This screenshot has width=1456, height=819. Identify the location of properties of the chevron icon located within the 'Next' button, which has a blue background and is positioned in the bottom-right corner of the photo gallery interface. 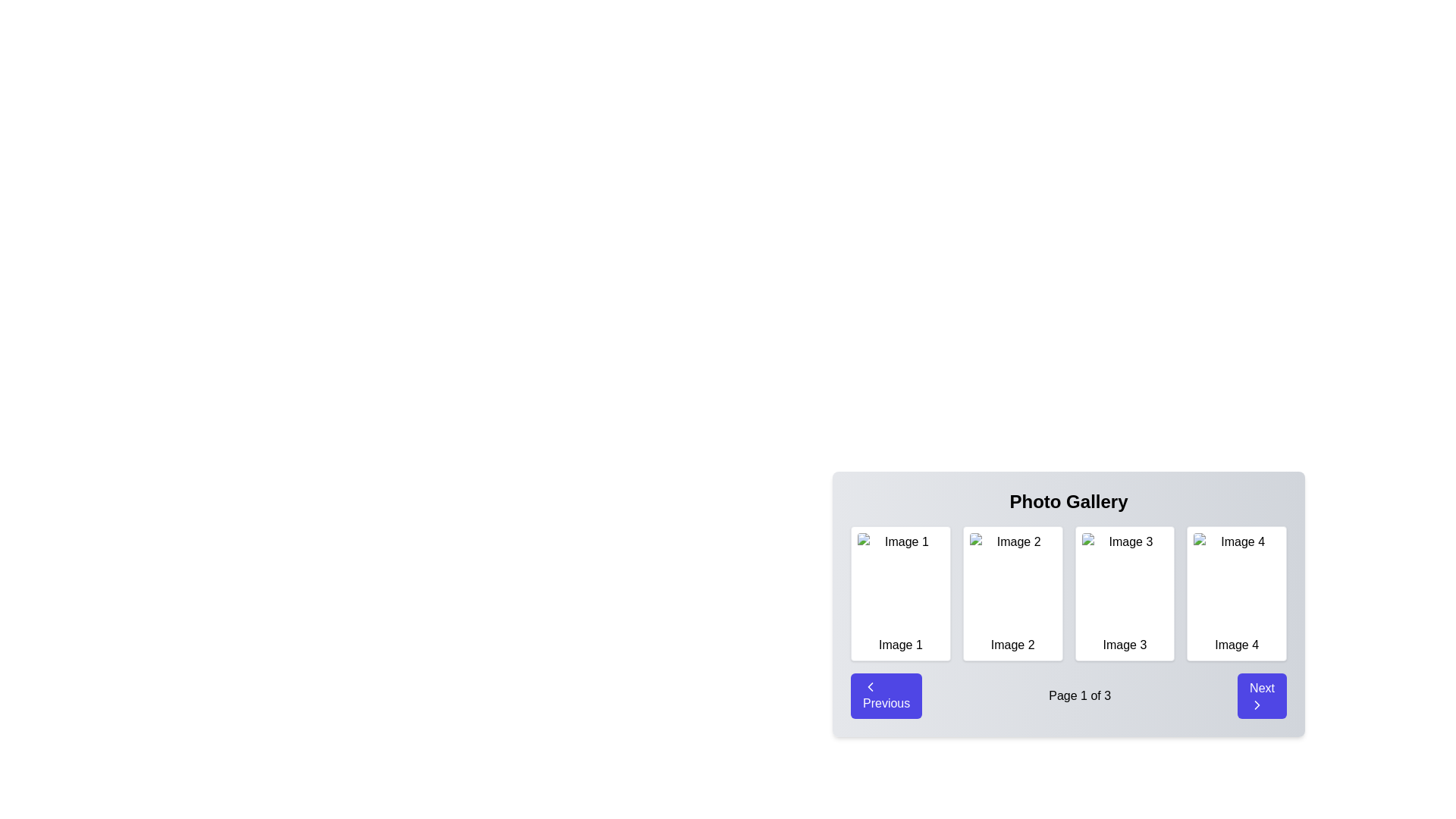
(1257, 704).